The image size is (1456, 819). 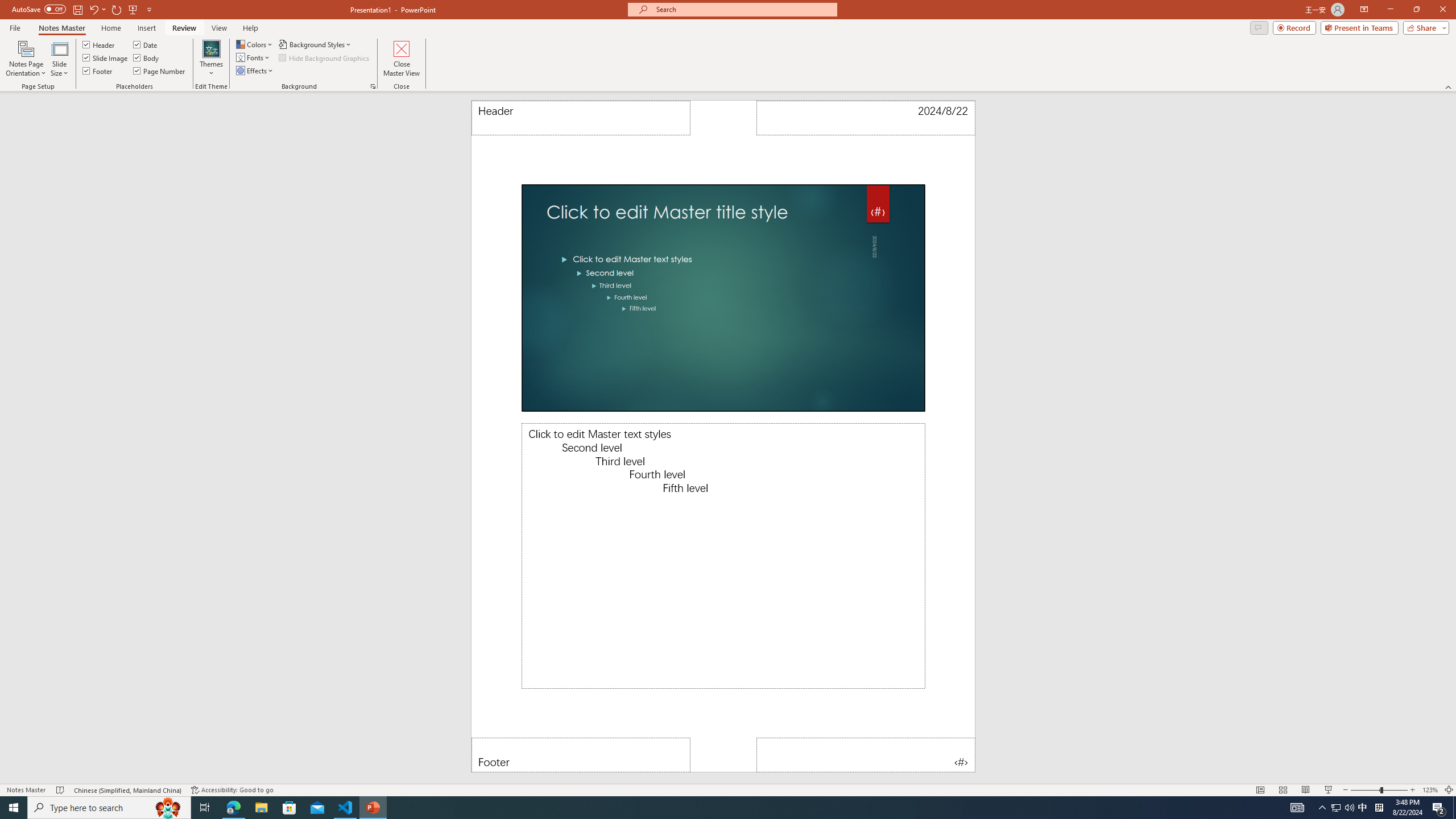 What do you see at coordinates (401, 59) in the screenshot?
I see `'Close Master View'` at bounding box center [401, 59].